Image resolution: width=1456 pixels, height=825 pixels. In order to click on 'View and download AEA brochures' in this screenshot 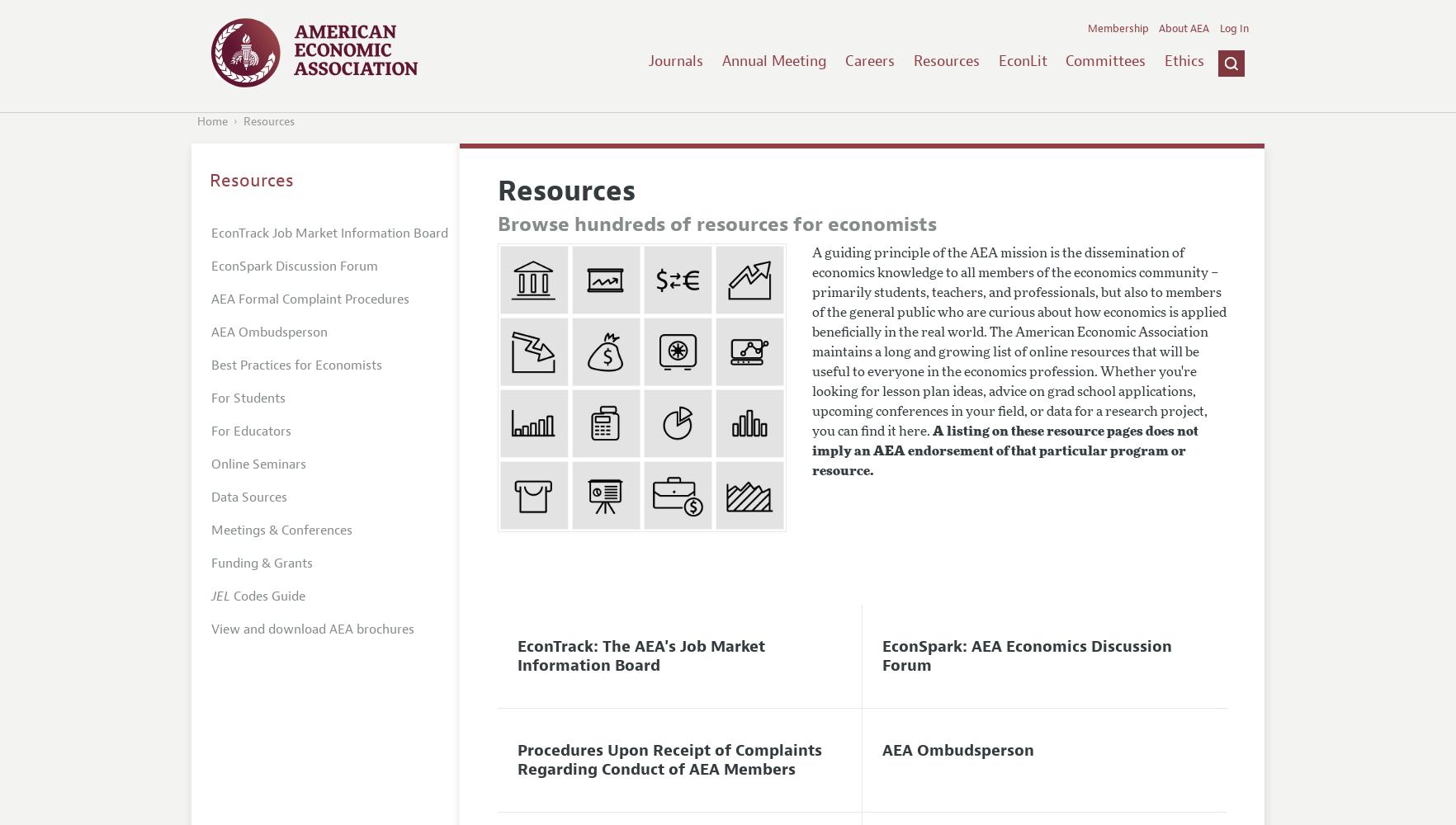, I will do `click(313, 629)`.